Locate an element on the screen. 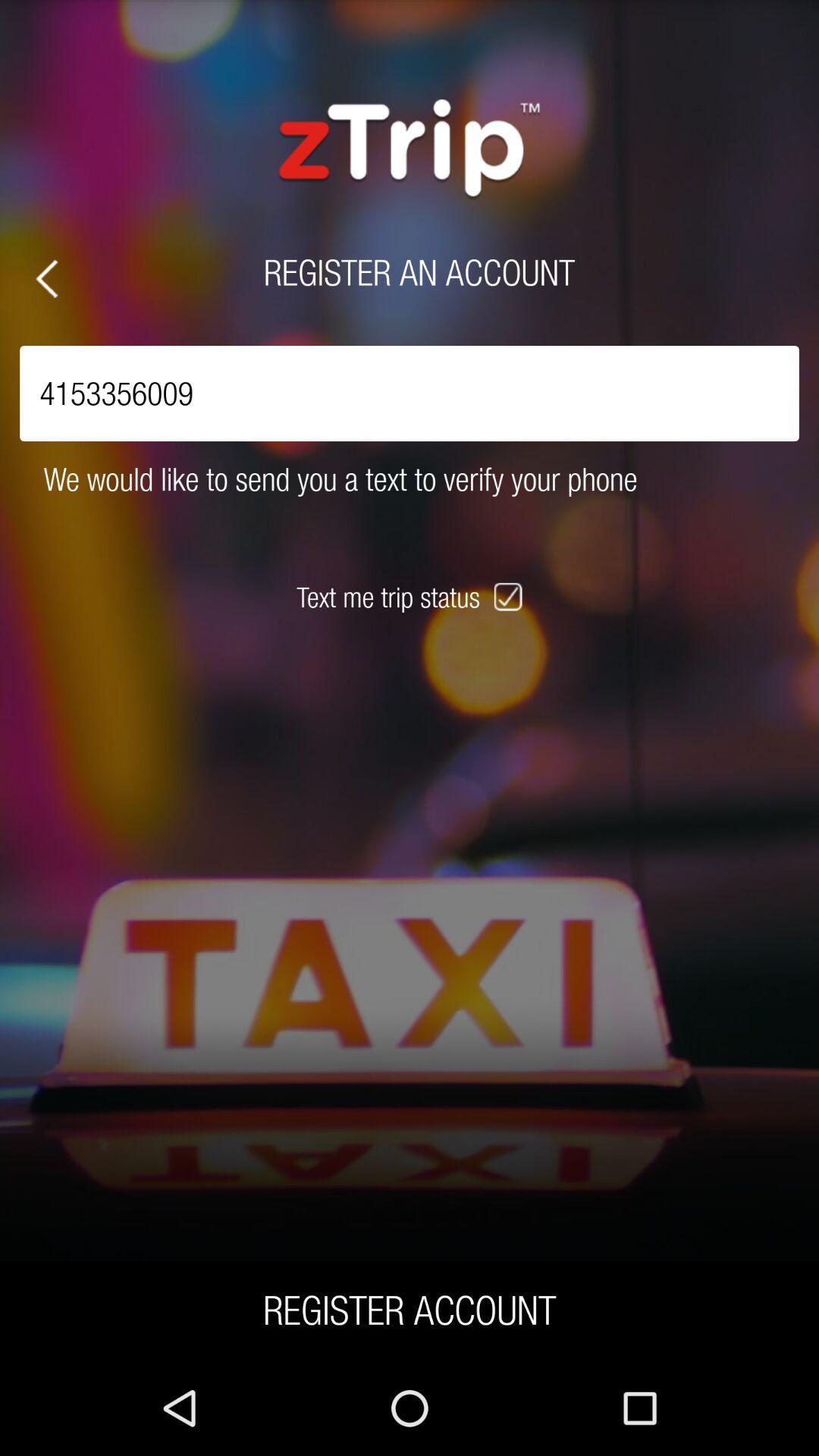  the arrow_backward icon is located at coordinates (45, 298).